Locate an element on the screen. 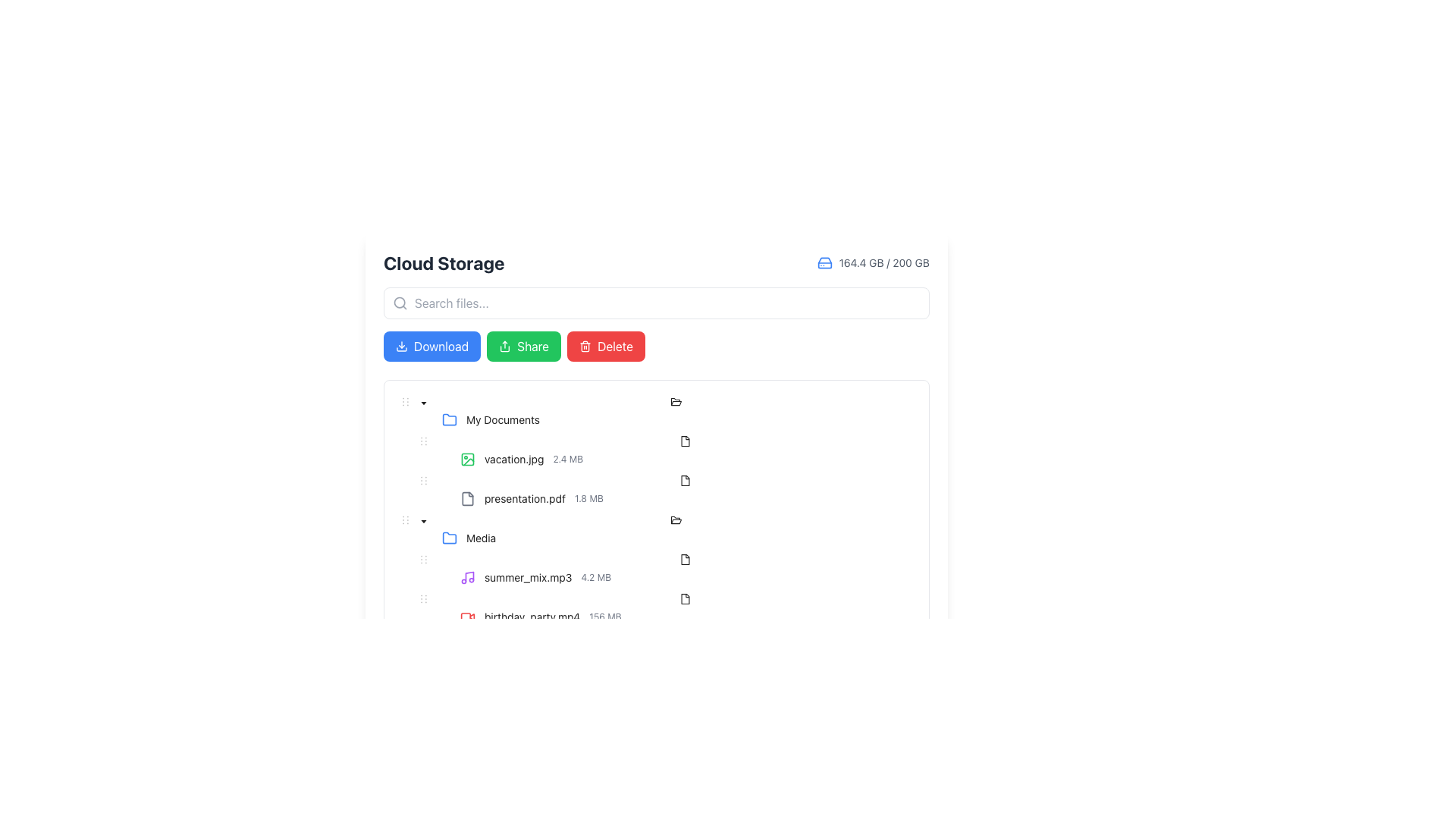  the Toggle control (tree node expander) is located at coordinates (423, 529).